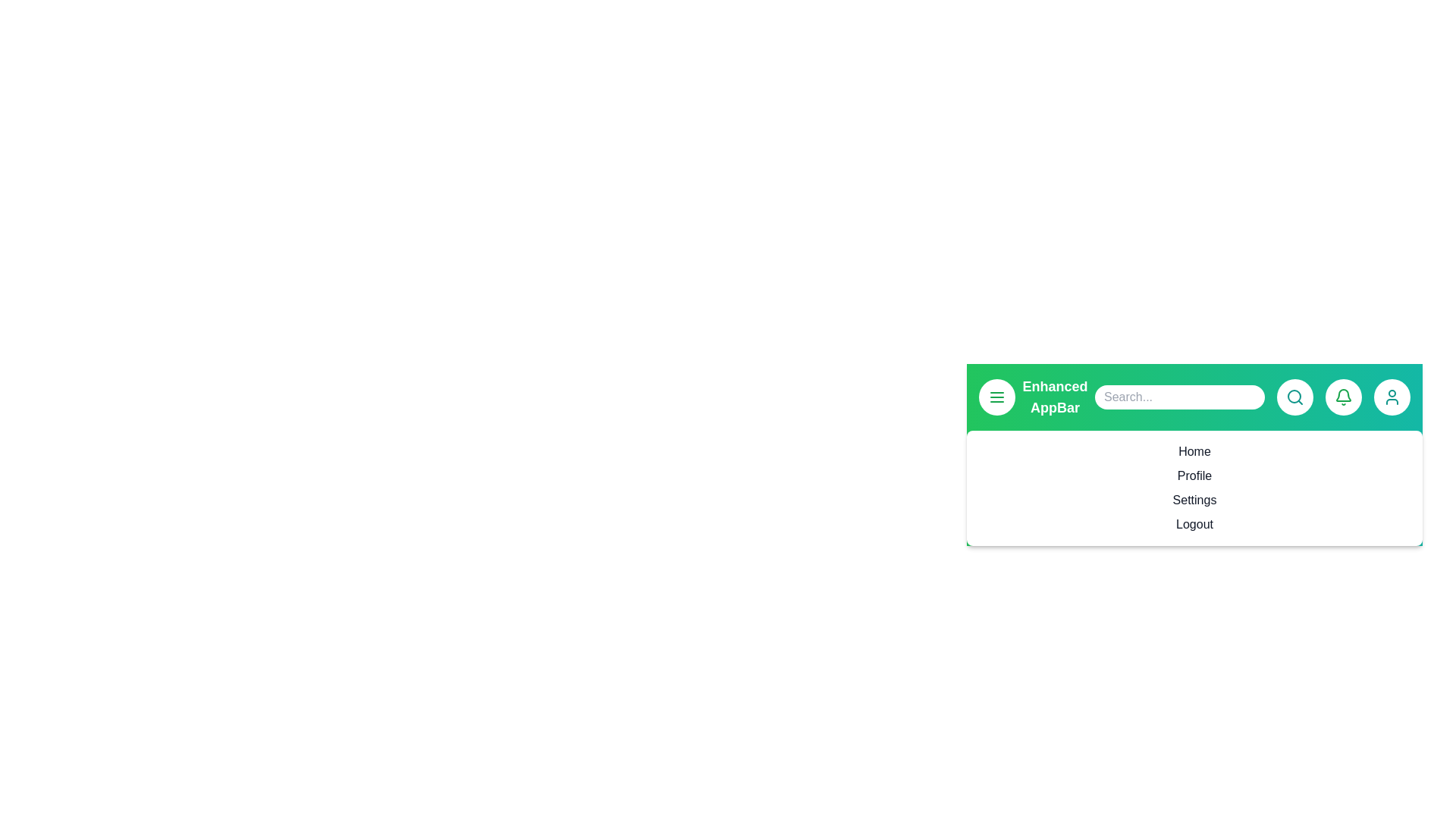 This screenshot has width=1456, height=819. I want to click on the text label 'Enhanced AppBar', so click(1054, 397).